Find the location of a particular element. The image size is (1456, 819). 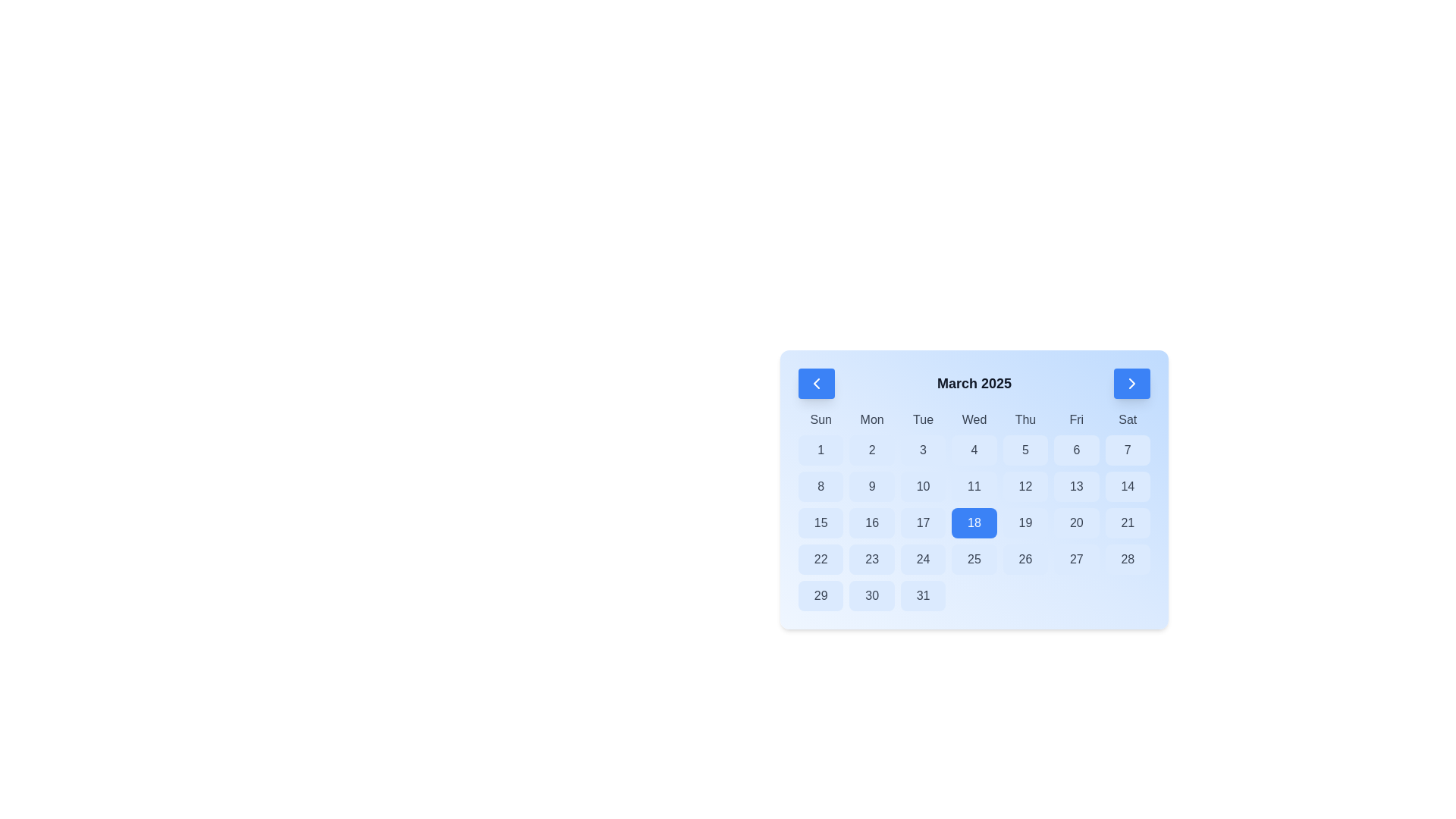

the button representing the date '31' in the calendar is located at coordinates (922, 595).